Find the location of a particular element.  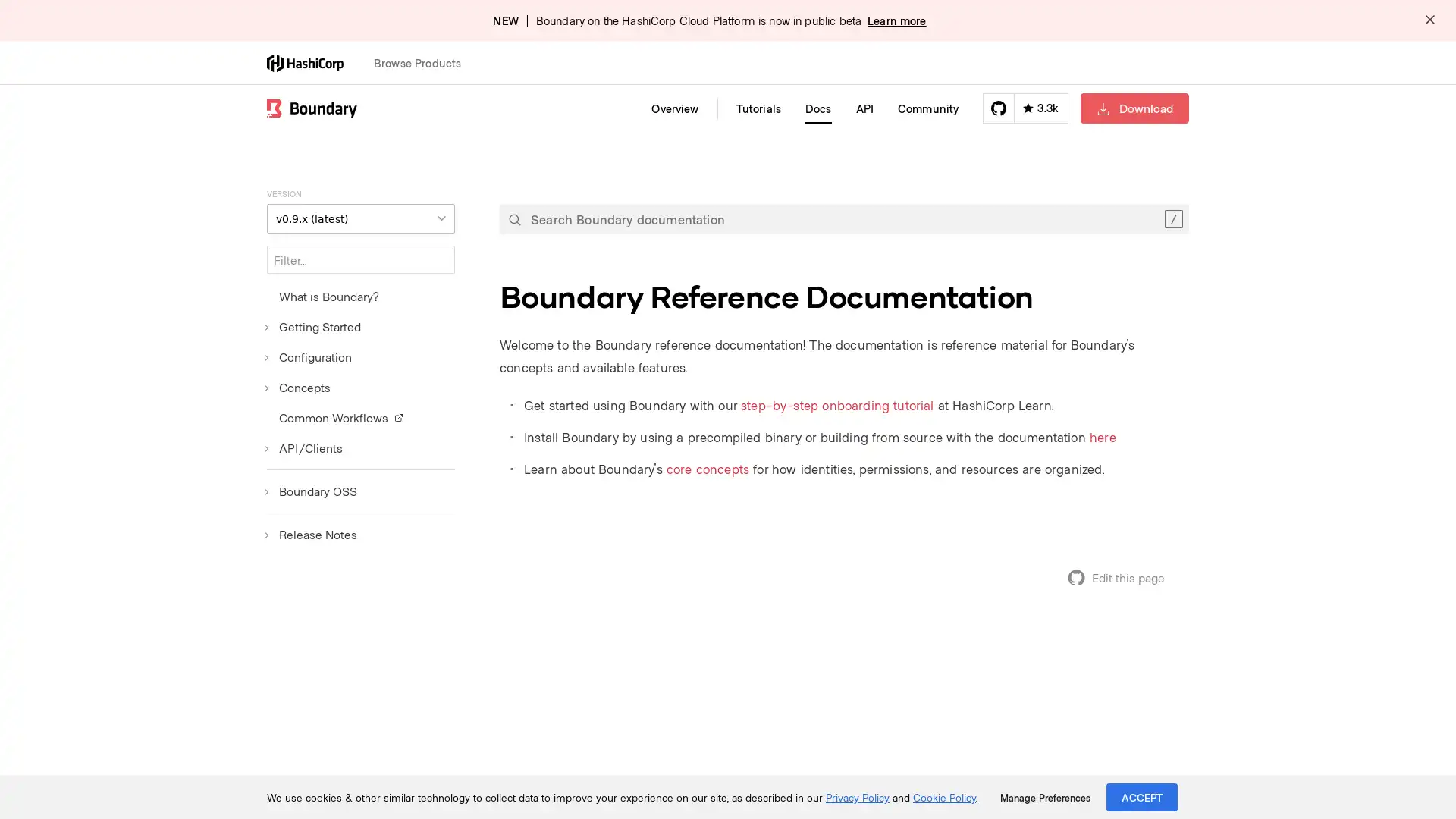

VERSION is located at coordinates (359, 218).